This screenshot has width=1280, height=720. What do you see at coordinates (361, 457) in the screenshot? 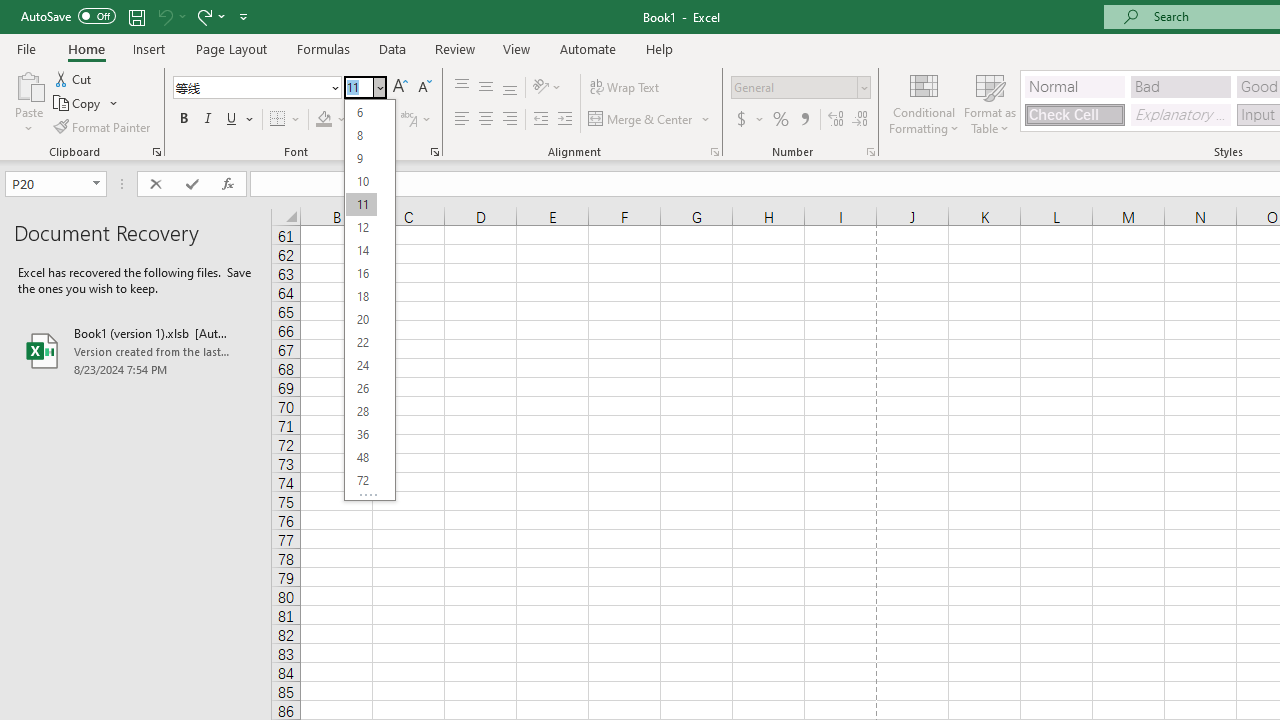
I see `'48'` at bounding box center [361, 457].